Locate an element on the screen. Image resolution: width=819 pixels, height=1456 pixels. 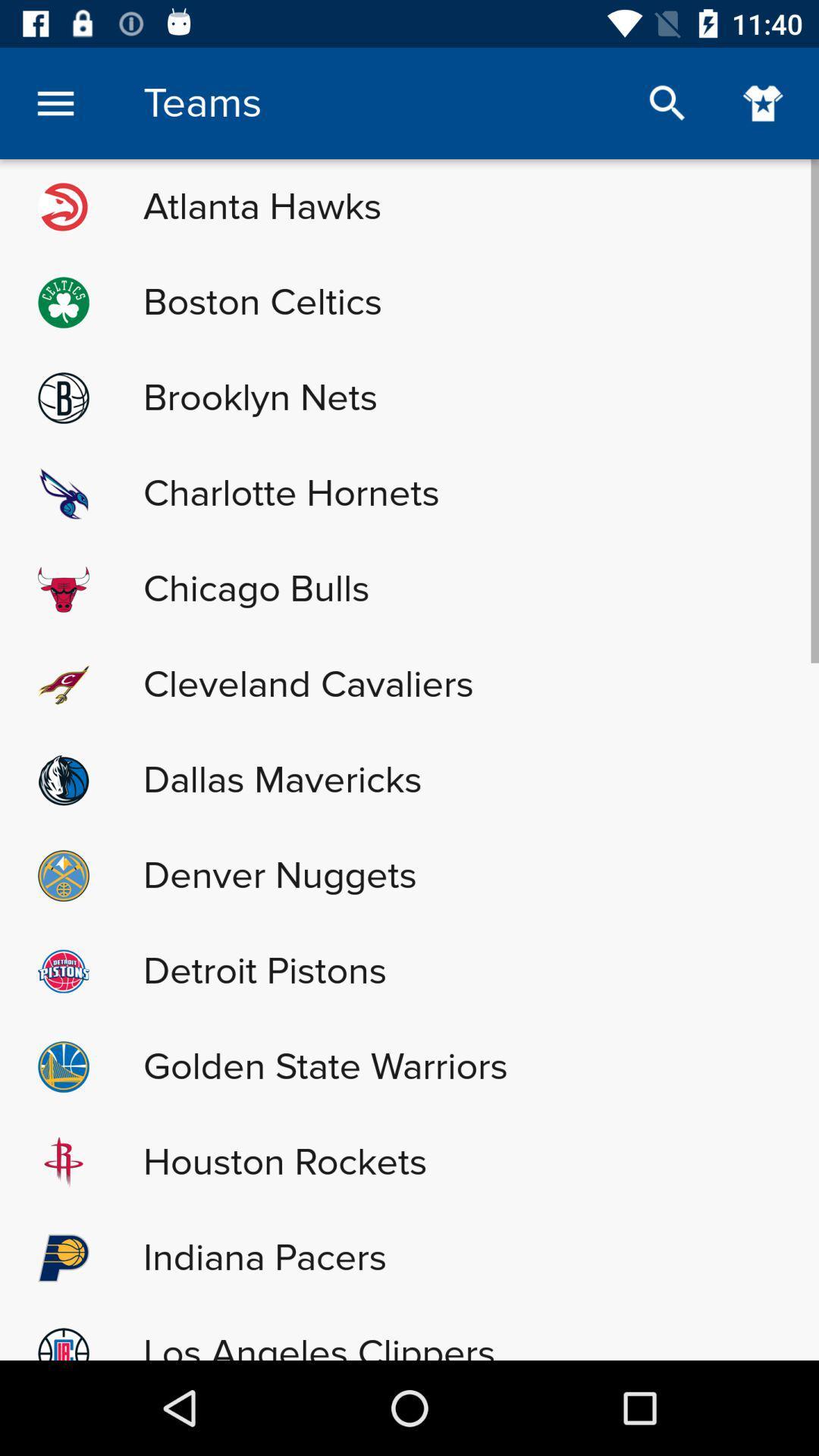
open search is located at coordinates (667, 102).